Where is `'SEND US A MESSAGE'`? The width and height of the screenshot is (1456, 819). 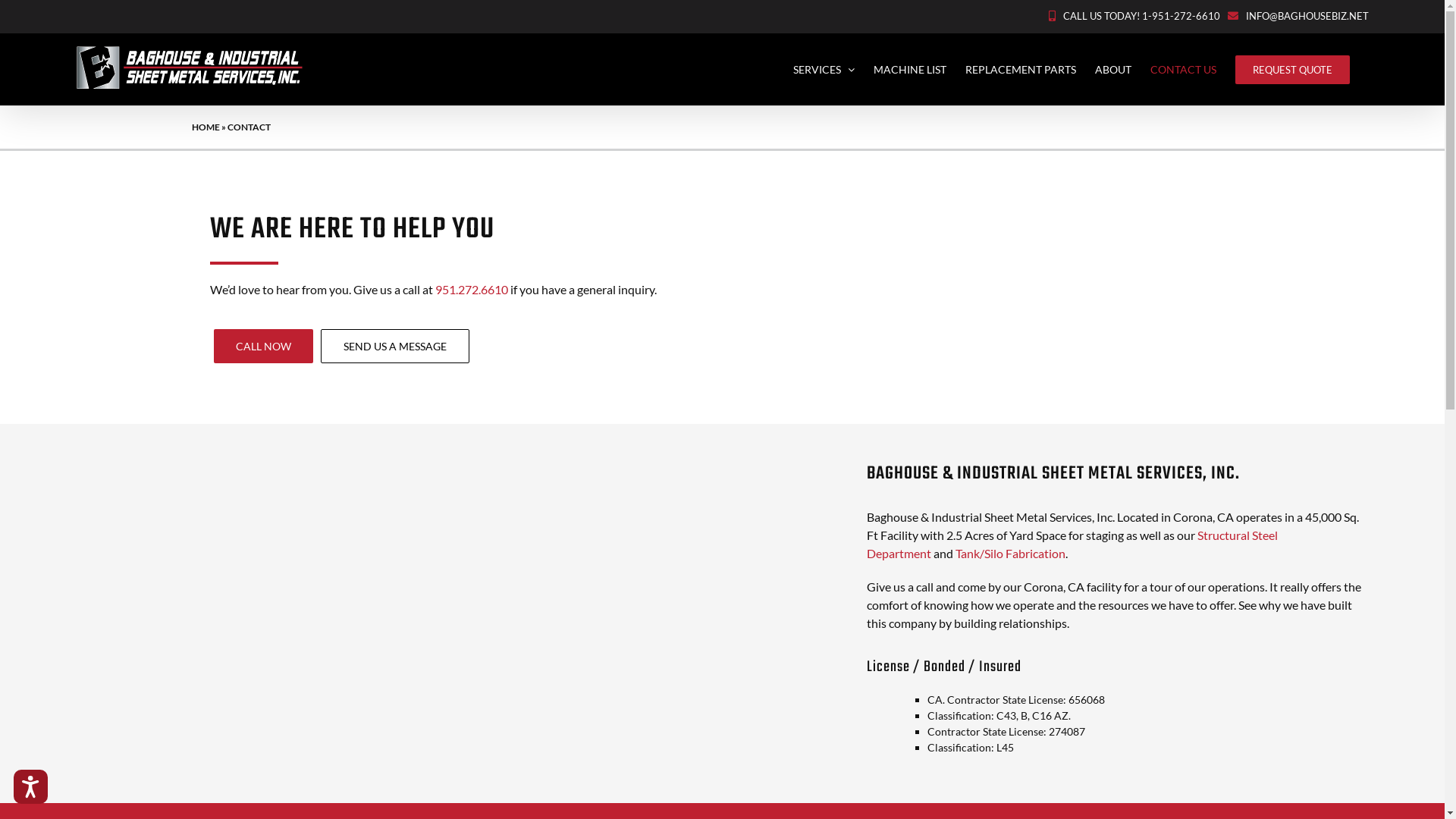 'SEND US A MESSAGE' is located at coordinates (395, 346).